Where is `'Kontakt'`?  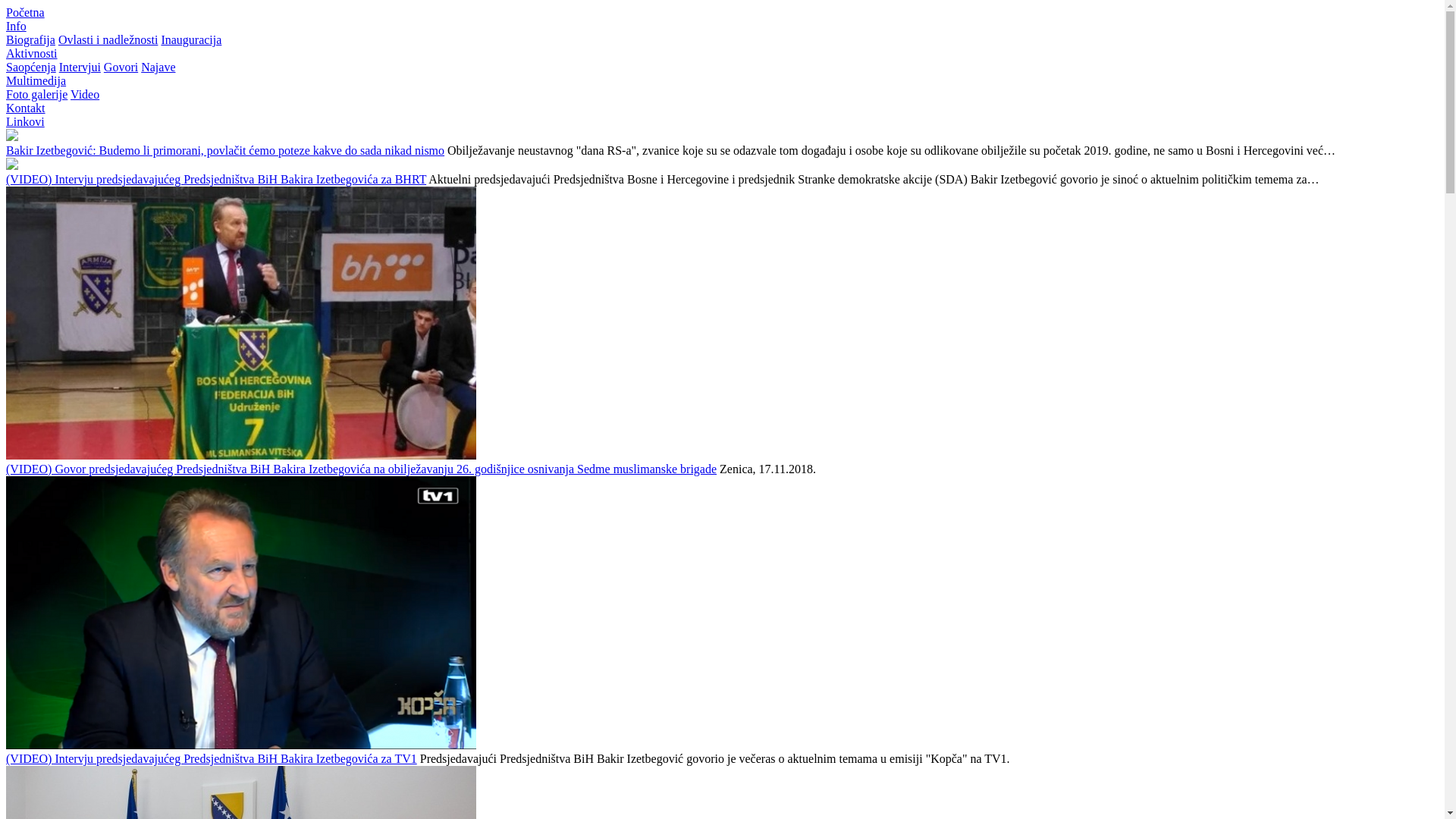
'Kontakt' is located at coordinates (25, 107).